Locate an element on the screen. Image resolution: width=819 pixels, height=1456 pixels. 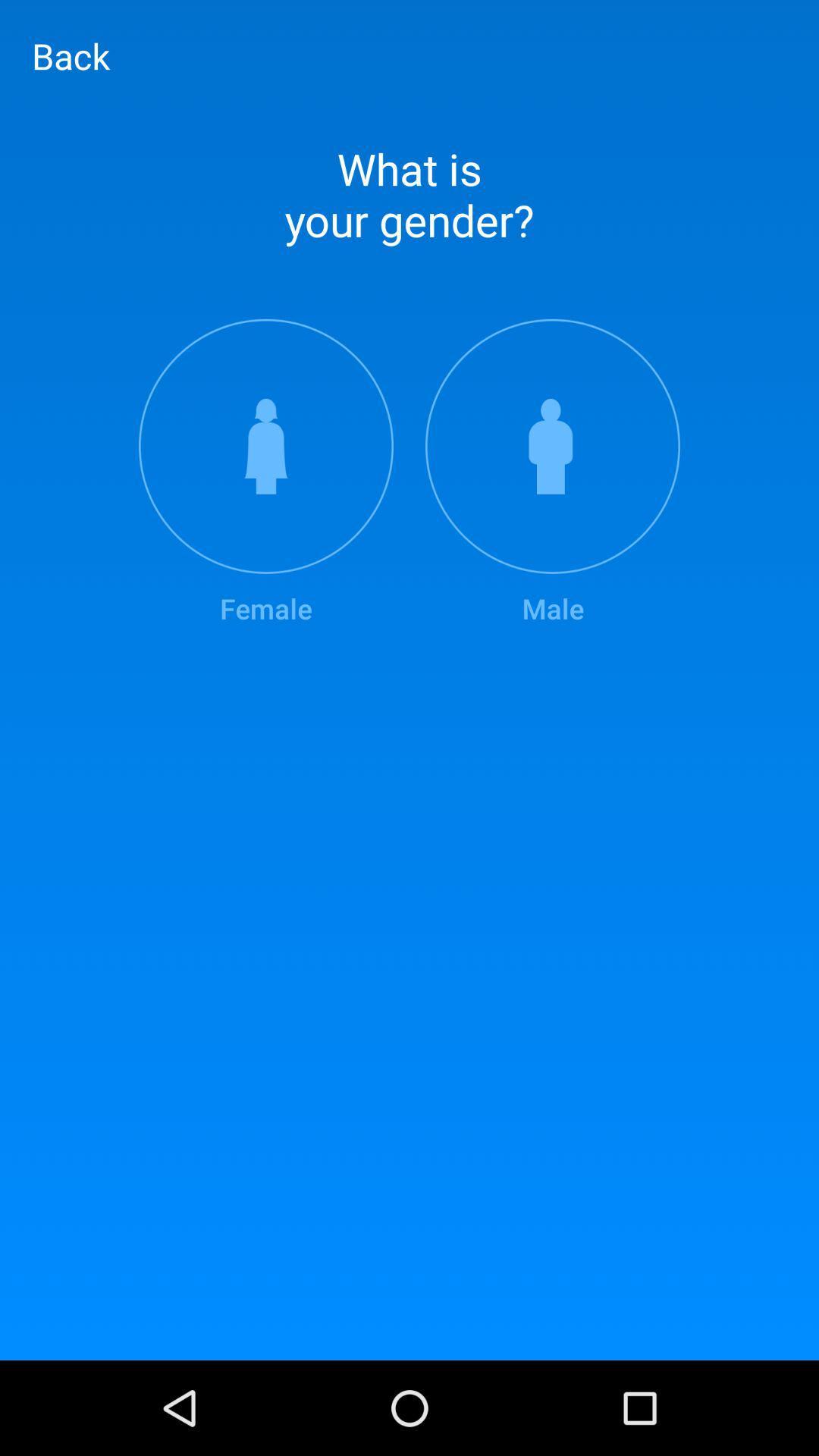
item above what is your is located at coordinates (71, 55).